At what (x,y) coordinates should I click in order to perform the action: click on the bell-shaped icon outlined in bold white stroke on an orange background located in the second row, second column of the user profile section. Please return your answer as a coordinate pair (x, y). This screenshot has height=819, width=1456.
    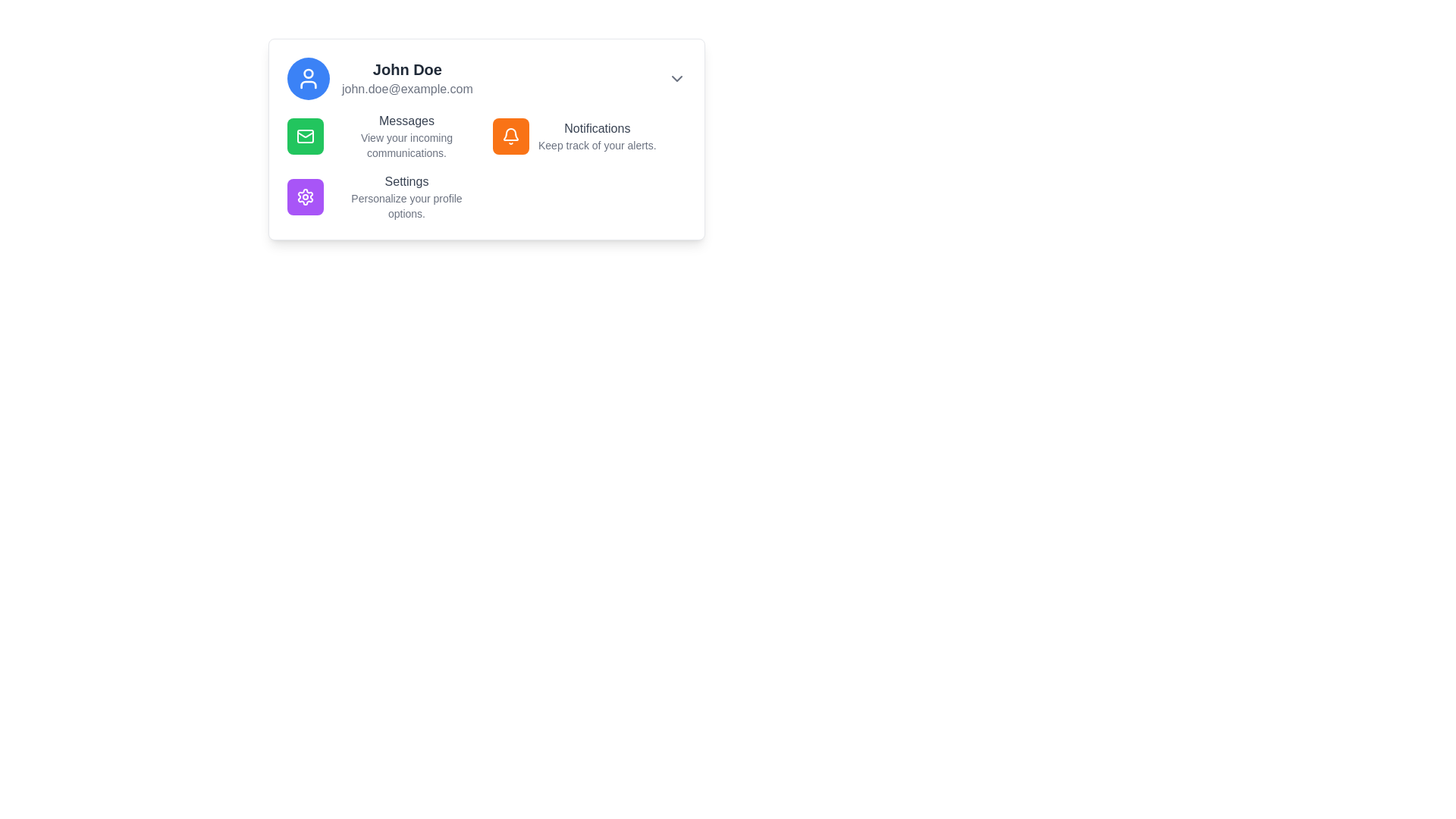
    Looking at the image, I should click on (510, 136).